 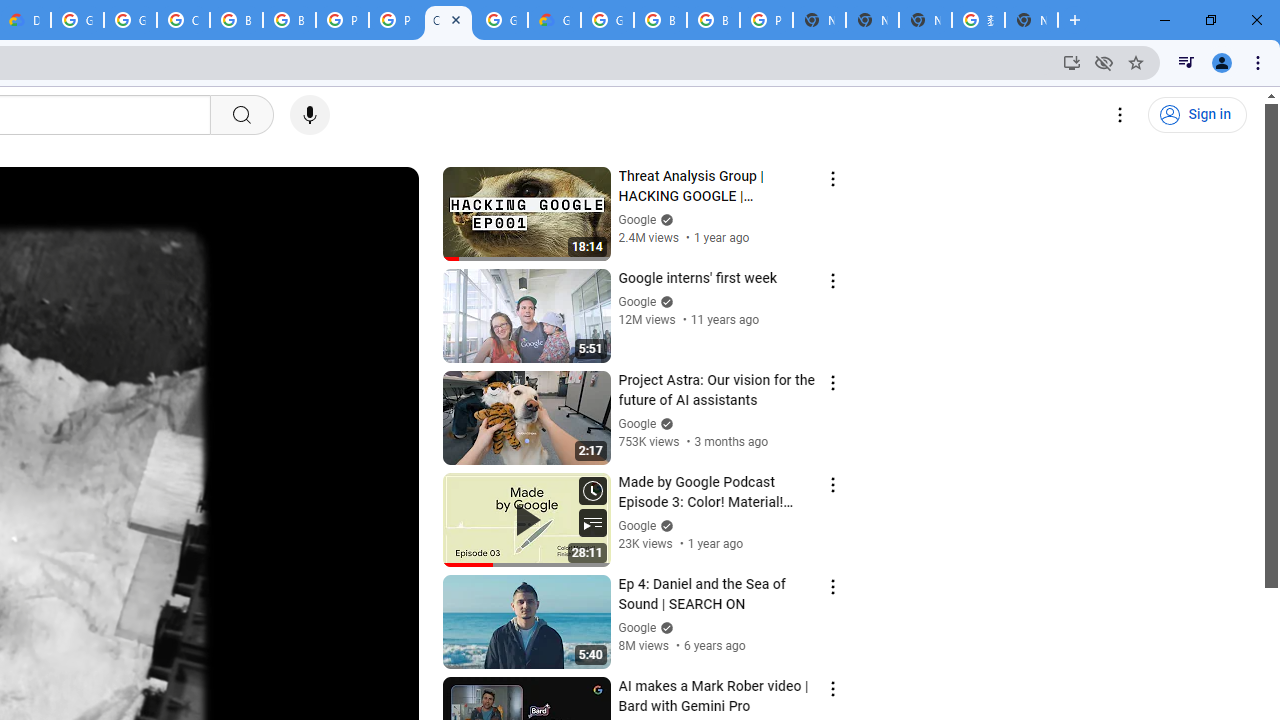 What do you see at coordinates (606, 20) in the screenshot?
I see `'Google Cloud Platform'` at bounding box center [606, 20].